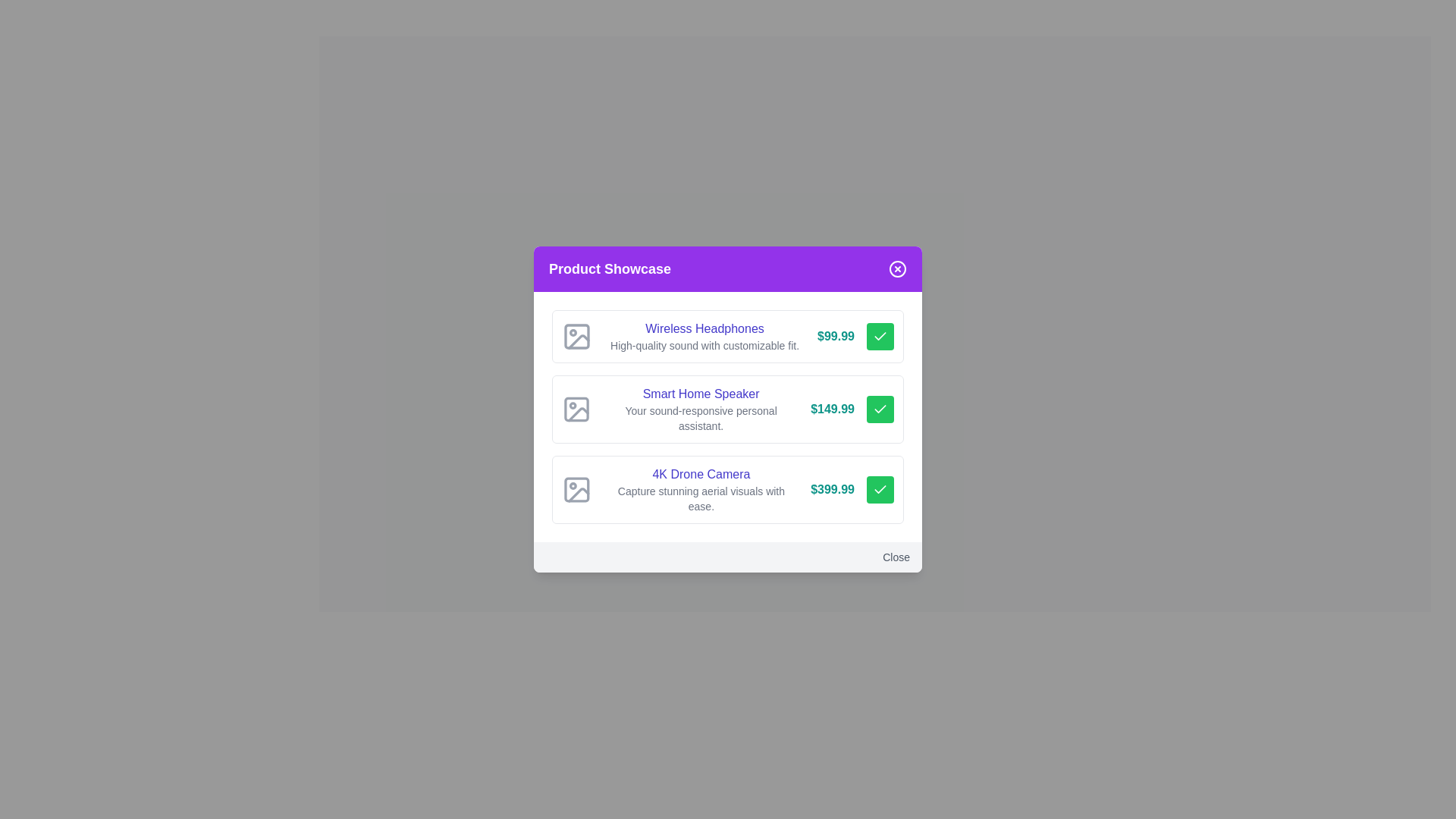  I want to click on the text block displaying 'Capture stunning aerial visuals with ease.' located below the title '4K Drone Camera' in the third product entry of the vertical product showcase list, so click(700, 499).